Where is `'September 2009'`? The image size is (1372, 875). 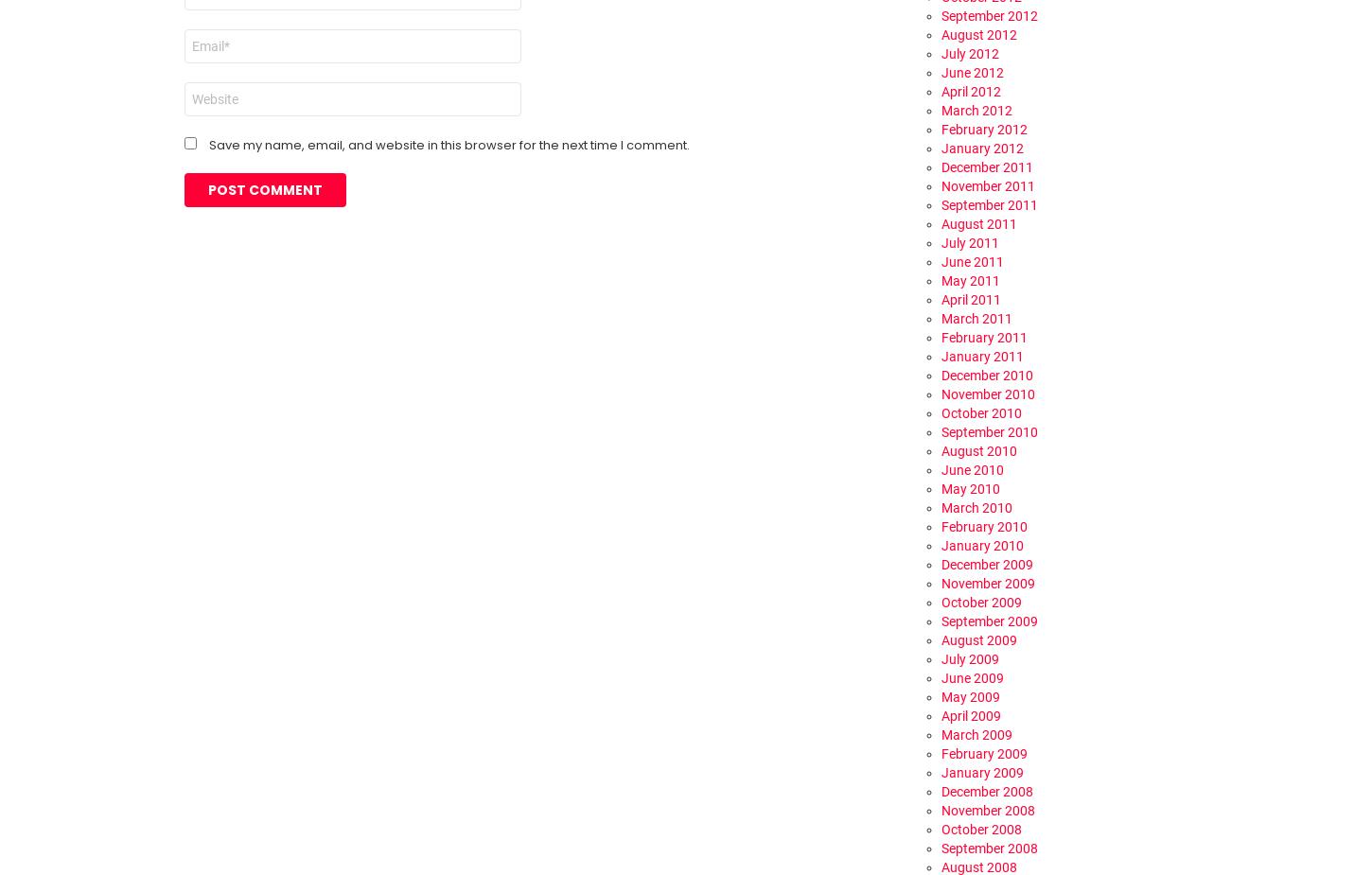 'September 2009' is located at coordinates (941, 621).